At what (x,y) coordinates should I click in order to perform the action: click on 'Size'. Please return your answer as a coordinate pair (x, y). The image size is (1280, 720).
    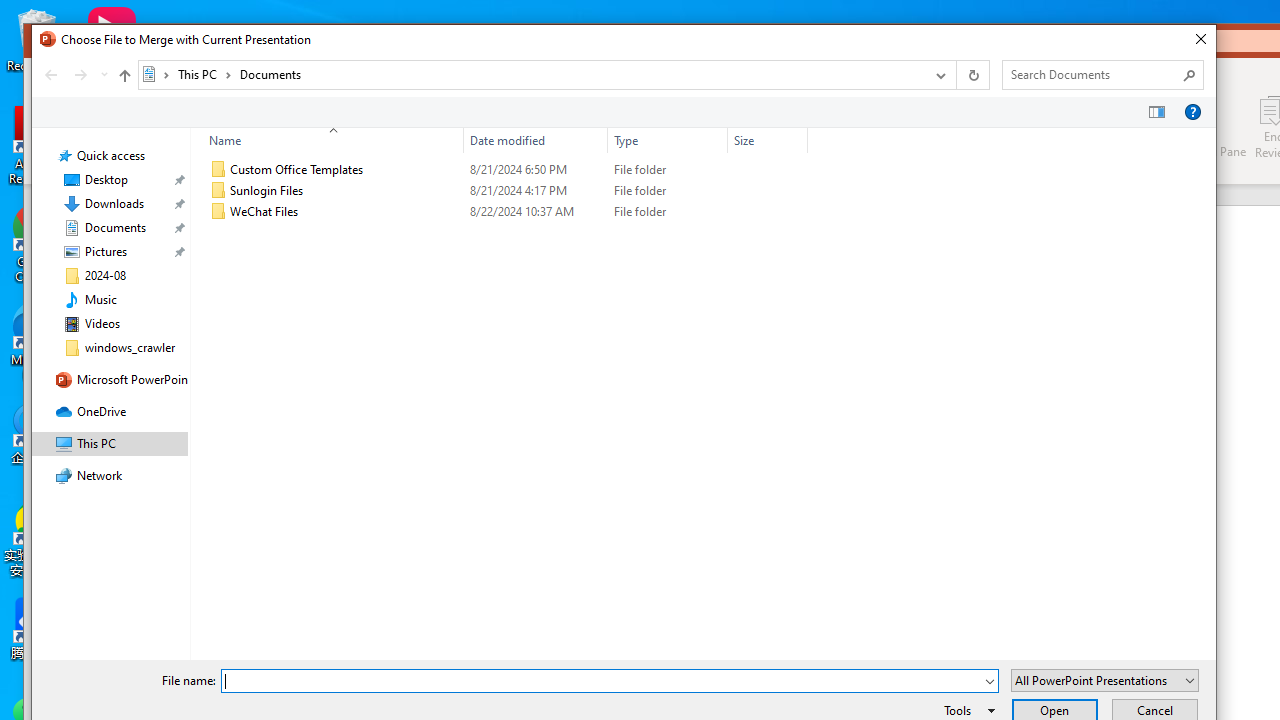
    Looking at the image, I should click on (767, 139).